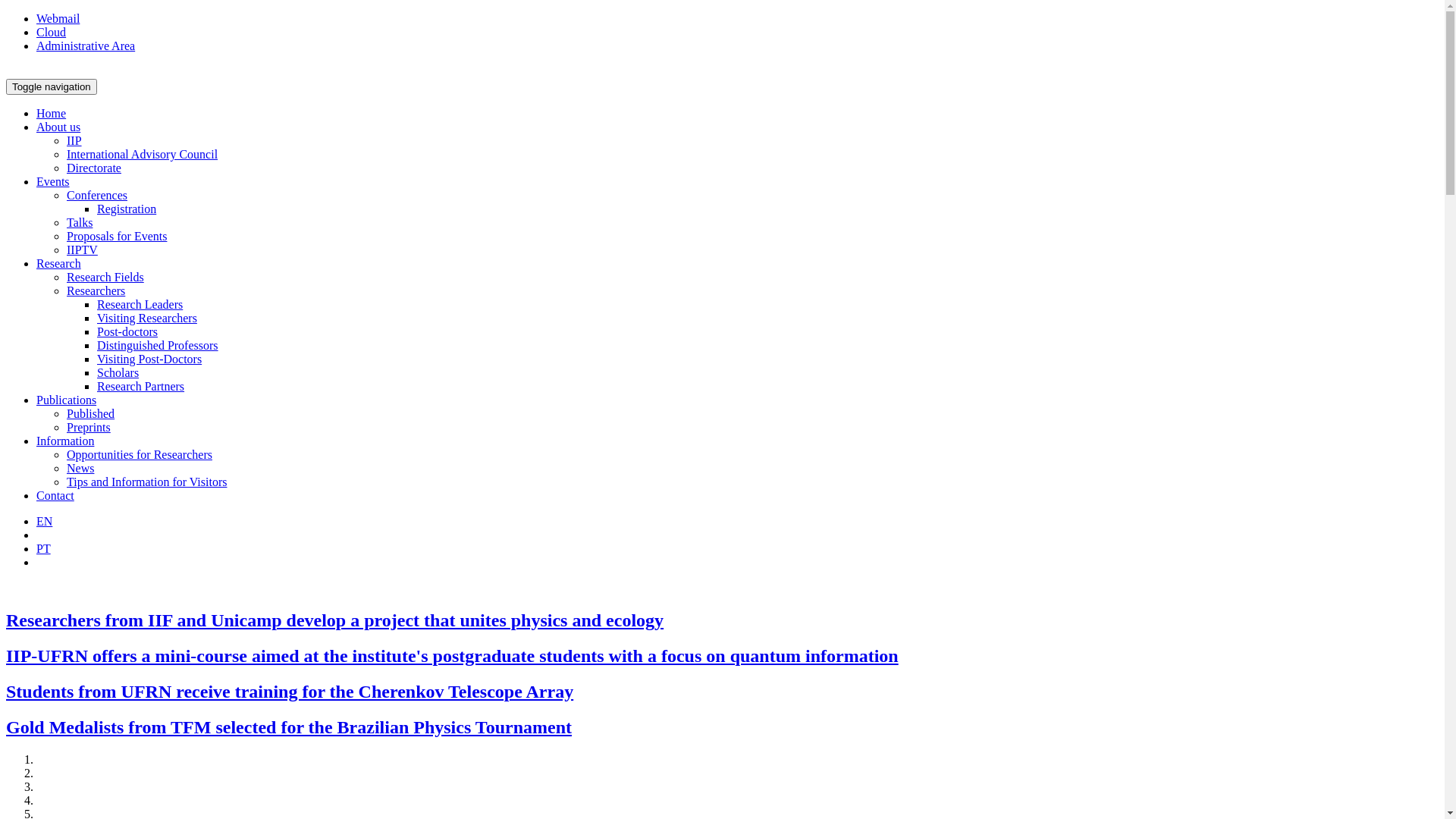  Describe the element at coordinates (149, 359) in the screenshot. I see `'Visiting Post-Doctors'` at that location.